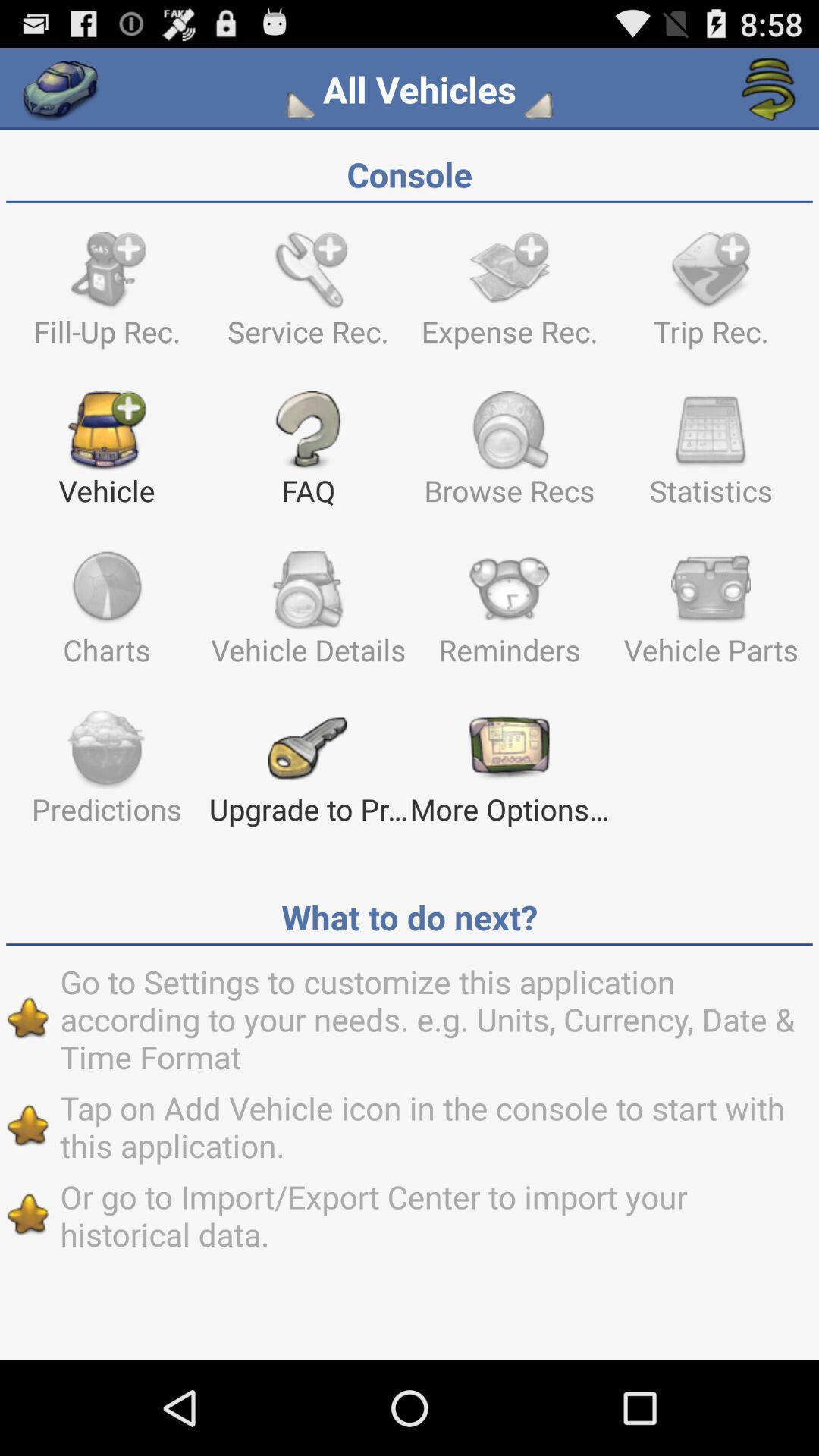  I want to click on the upgrade to pro! icon, so click(307, 774).